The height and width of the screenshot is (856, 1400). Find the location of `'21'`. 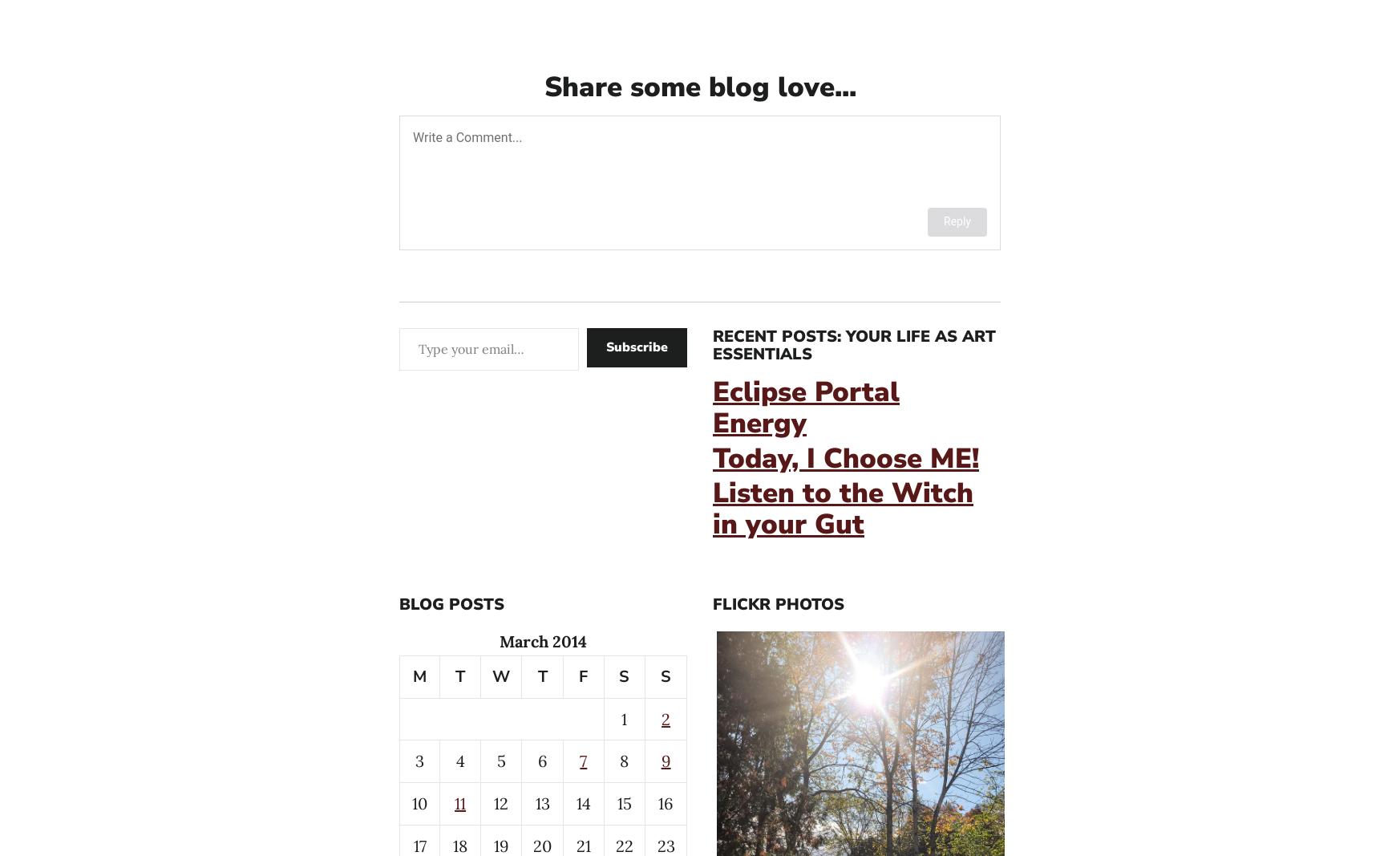

'21' is located at coordinates (582, 845).